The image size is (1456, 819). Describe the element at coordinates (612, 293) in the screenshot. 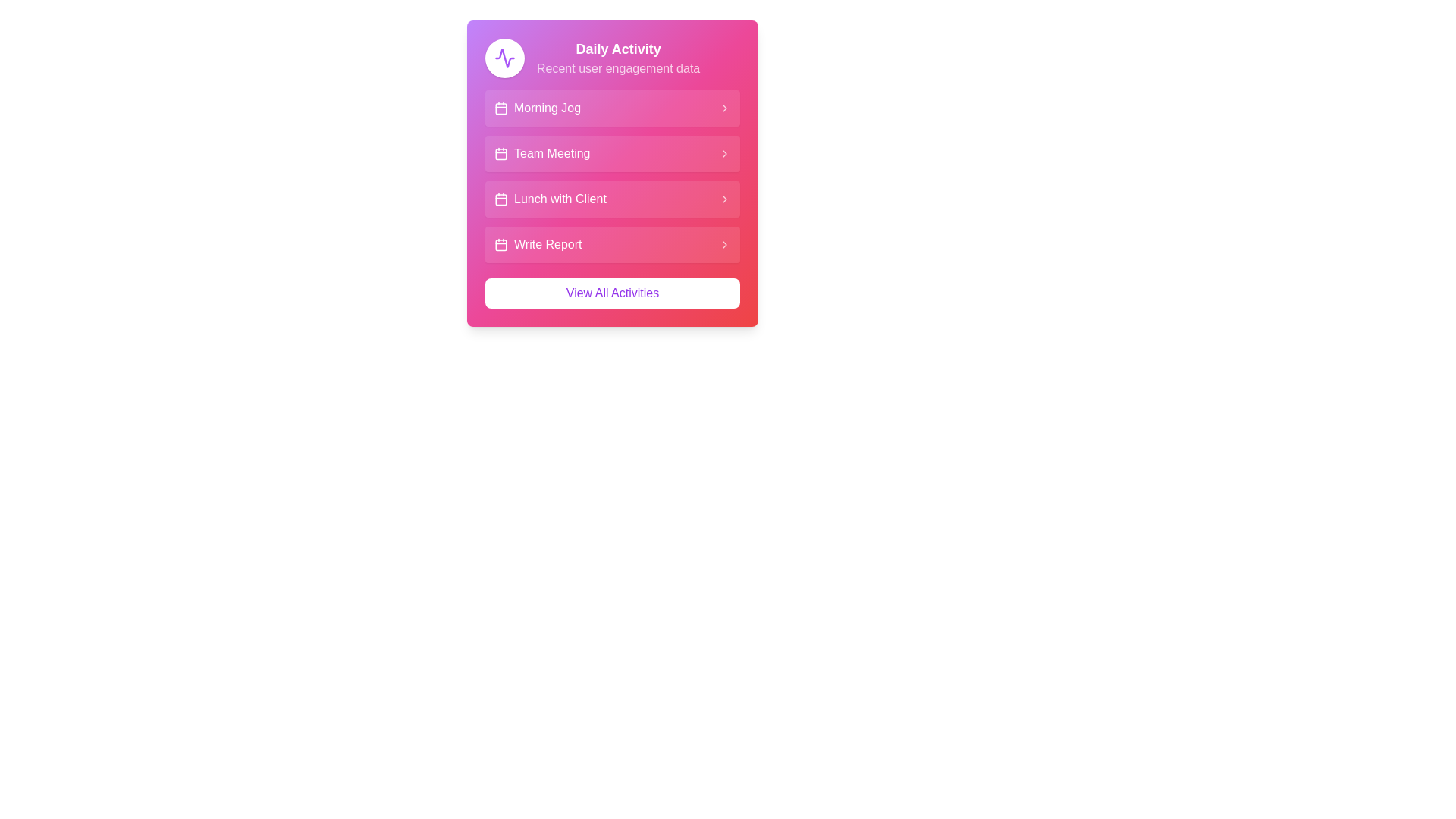

I see `the 'View All Activities' button` at that location.